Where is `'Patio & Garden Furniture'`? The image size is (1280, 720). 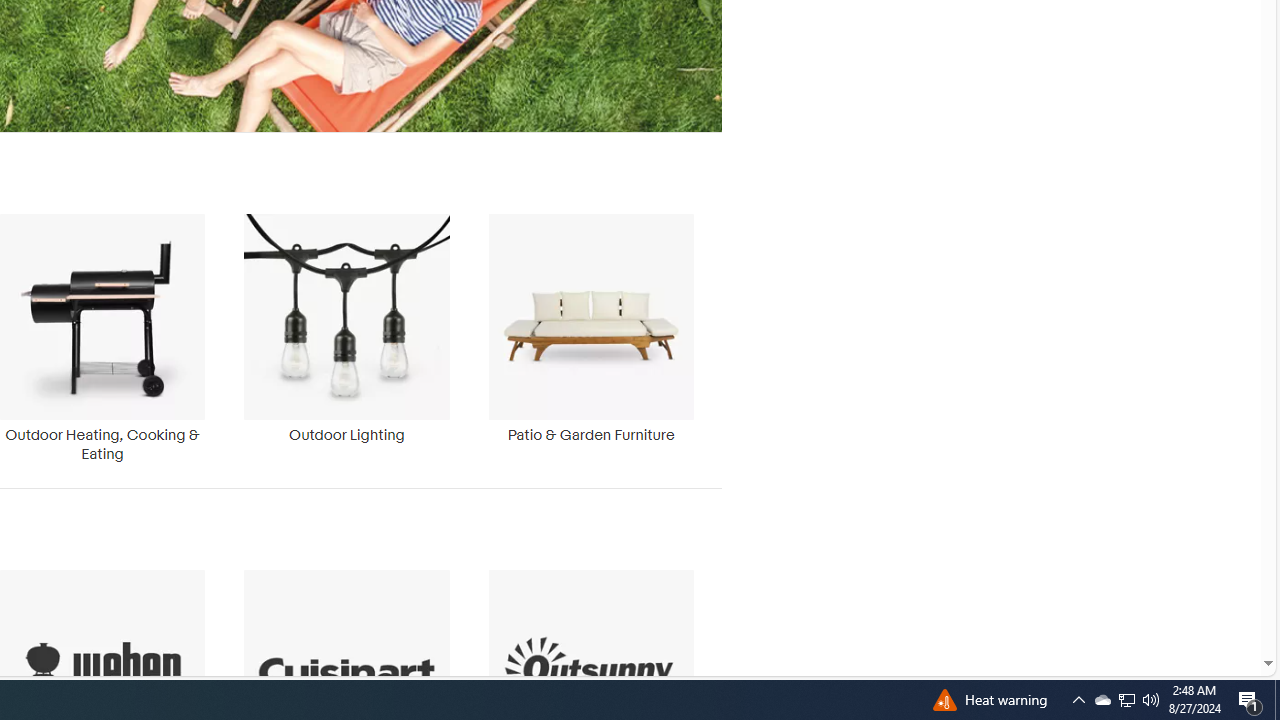 'Patio & Garden Furniture' is located at coordinates (590, 328).